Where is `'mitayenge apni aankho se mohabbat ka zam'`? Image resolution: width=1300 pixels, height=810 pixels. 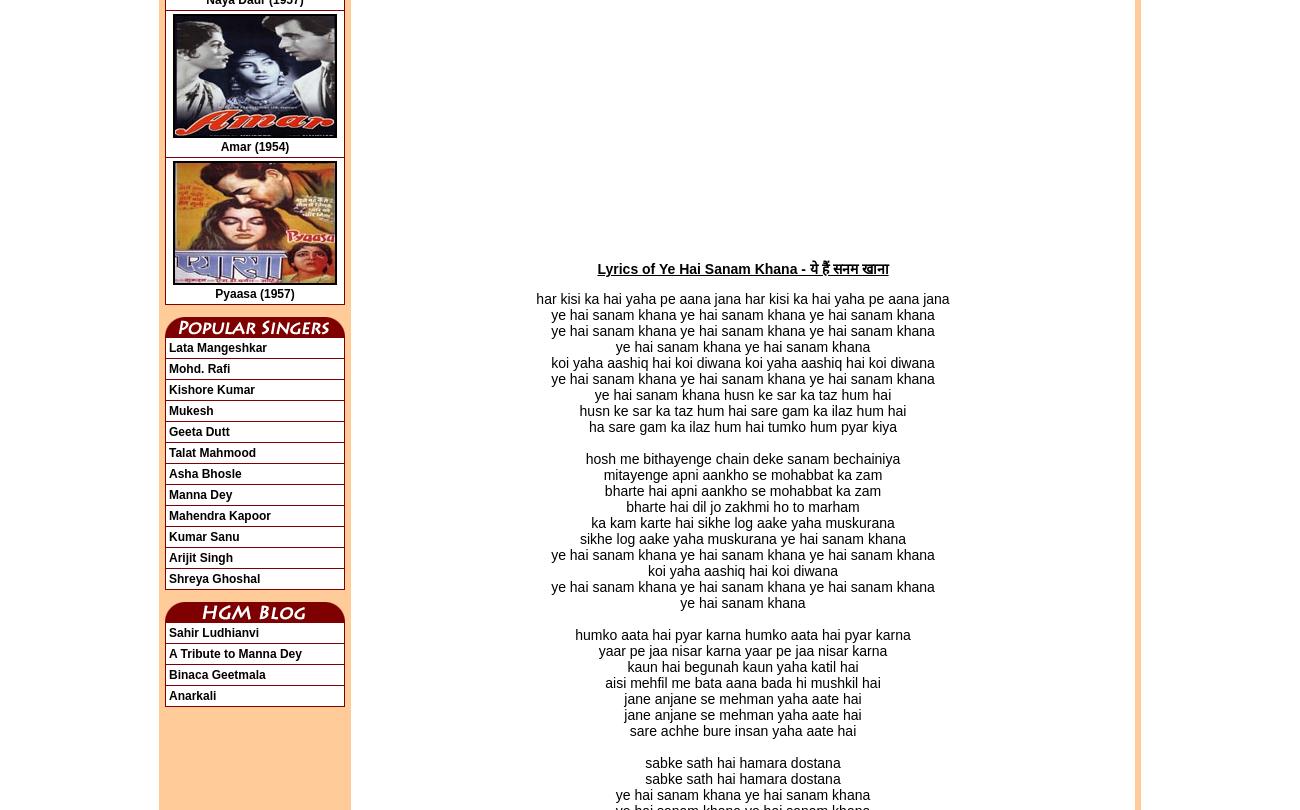
'mitayenge apni aankho se mohabbat ka zam' is located at coordinates (742, 474).